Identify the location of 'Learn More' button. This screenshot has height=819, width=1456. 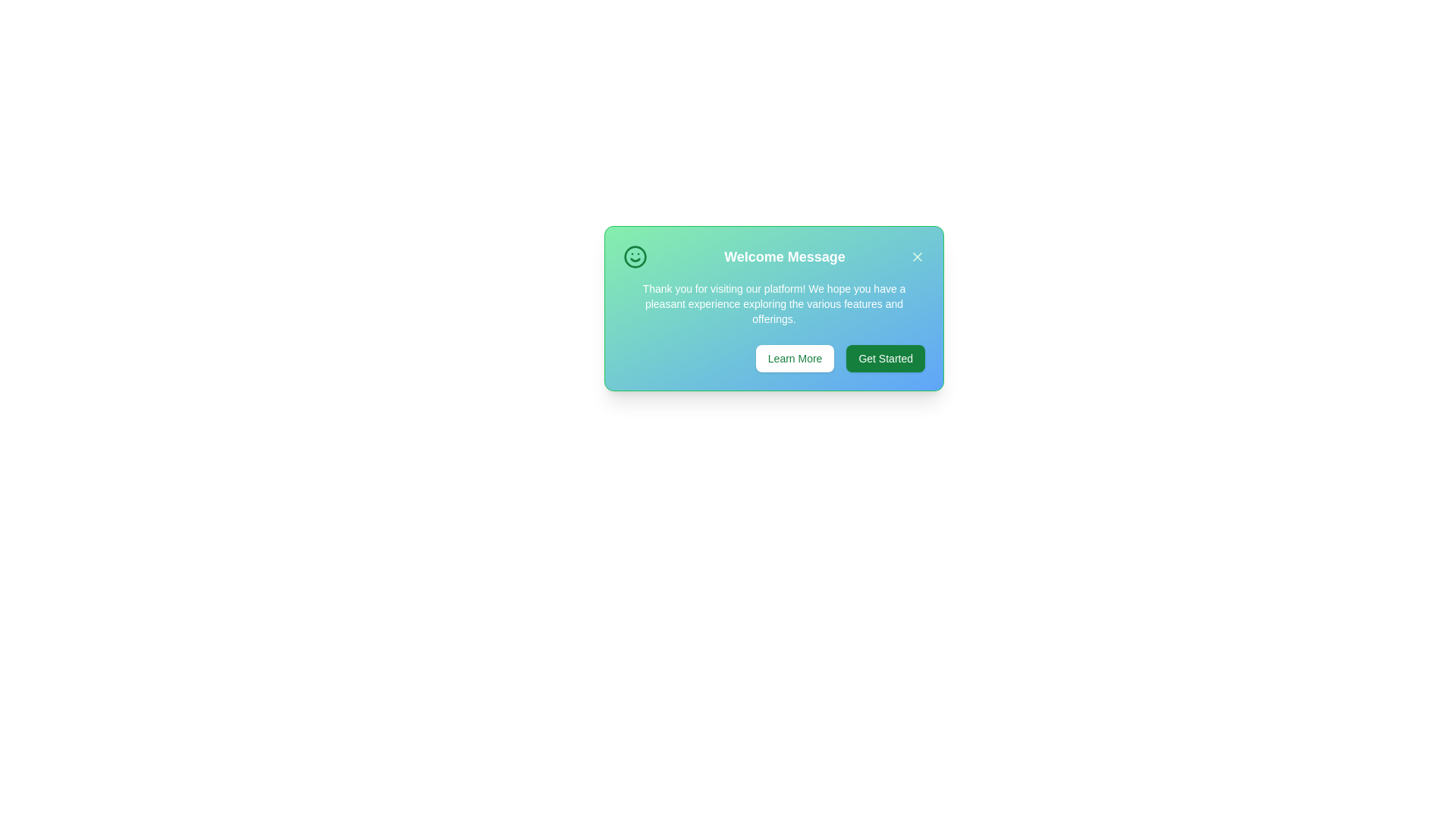
(793, 359).